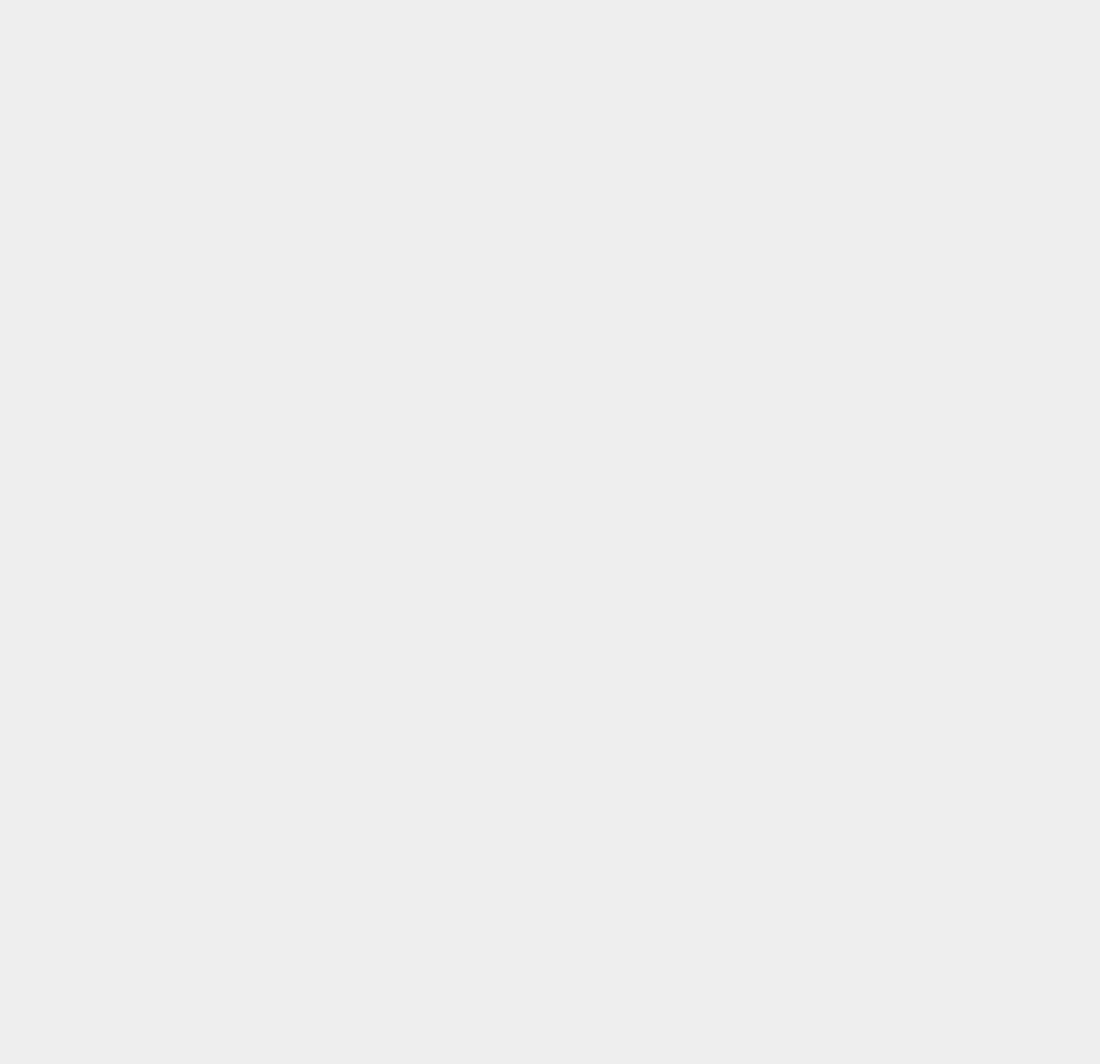 The height and width of the screenshot is (1064, 1100). I want to click on 'Nokia Lumia', so click(816, 356).